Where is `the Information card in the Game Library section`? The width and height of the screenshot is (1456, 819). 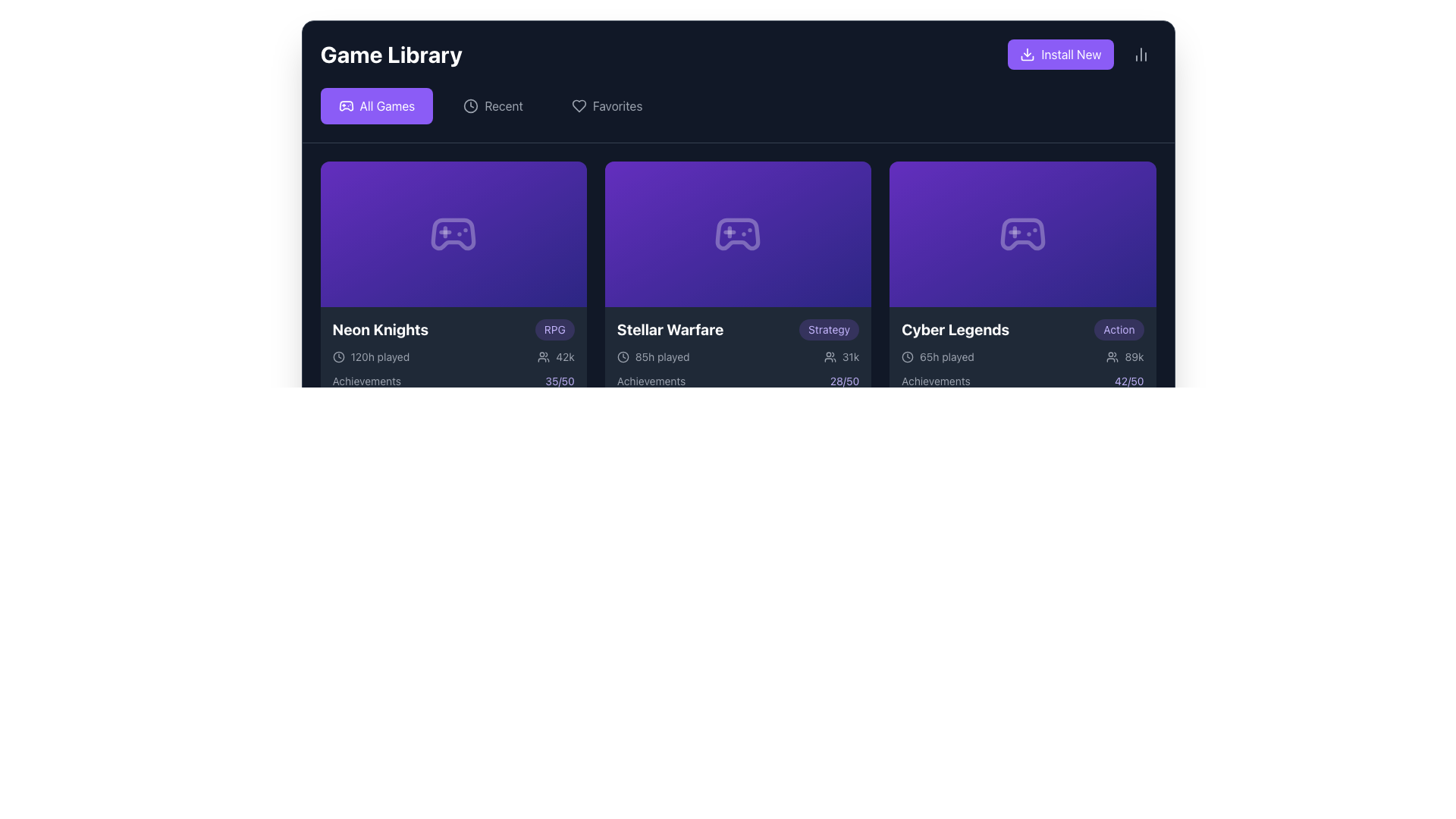 the Information card in the Game Library section is located at coordinates (453, 287).